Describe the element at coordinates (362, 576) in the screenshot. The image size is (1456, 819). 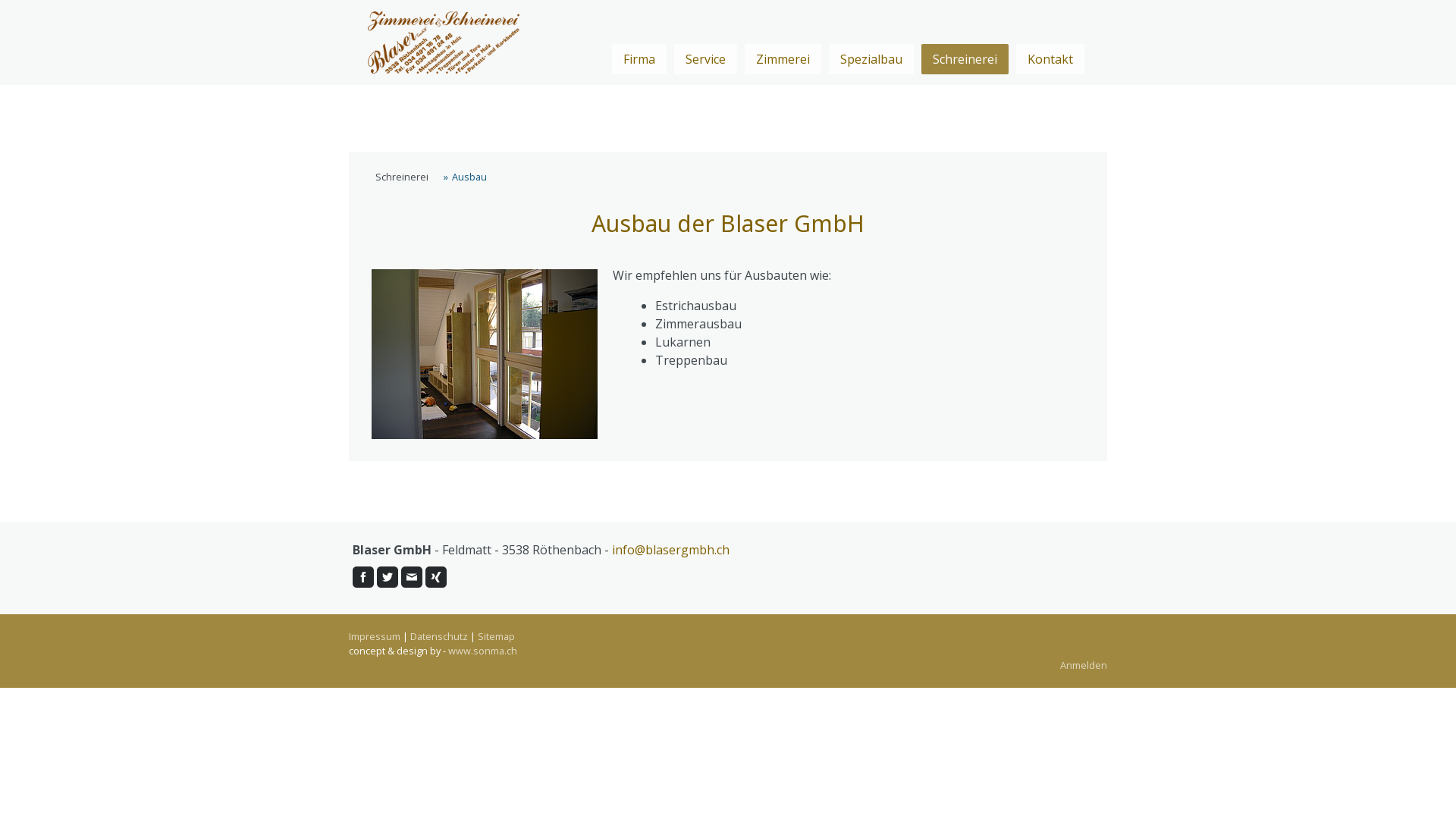
I see `'Facebook'` at that location.